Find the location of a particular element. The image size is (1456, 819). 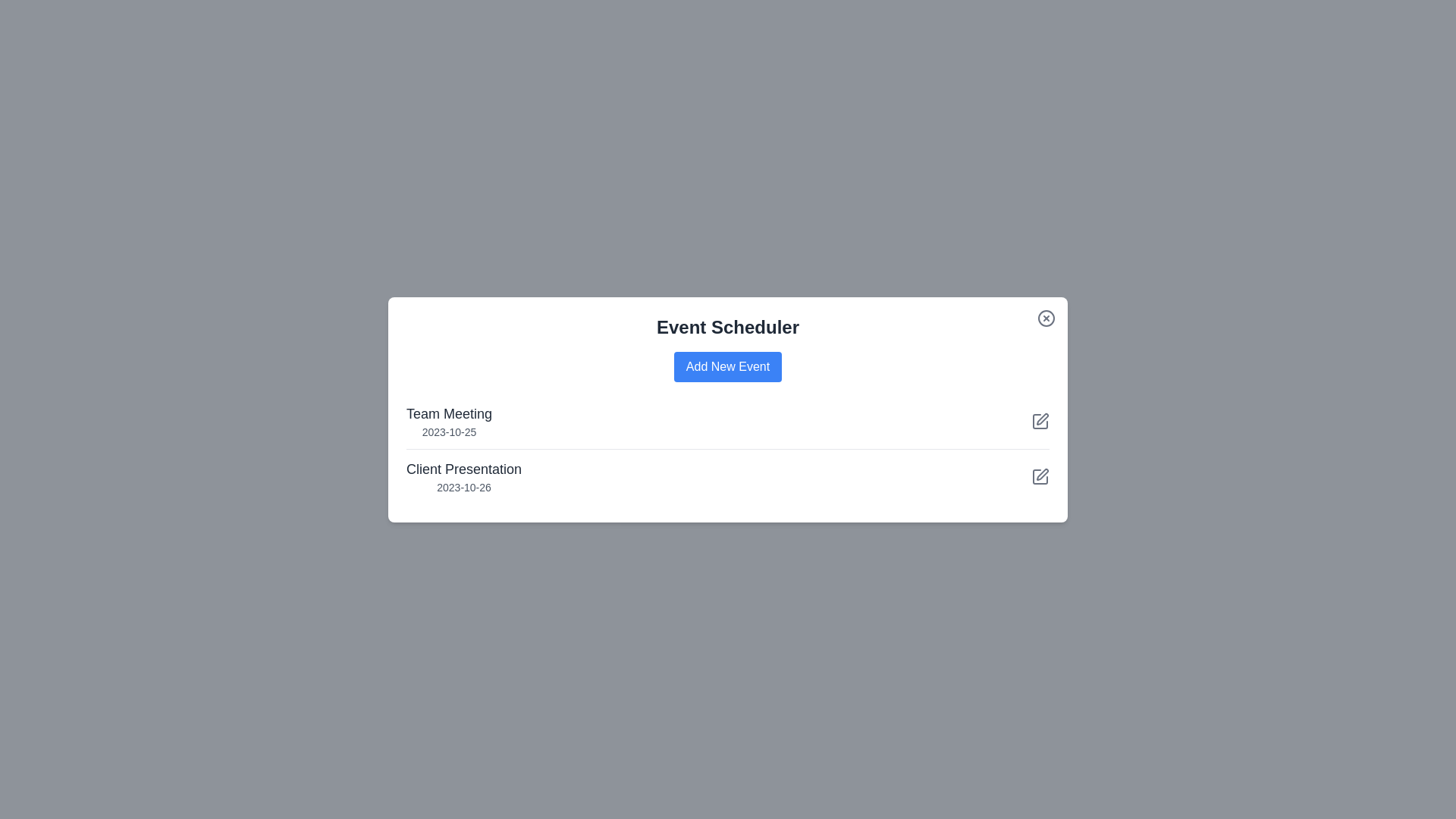

the static text label displaying the date '2023-10-25', which is styled in gray and positioned below the title 'Team Meeting' is located at coordinates (448, 431).